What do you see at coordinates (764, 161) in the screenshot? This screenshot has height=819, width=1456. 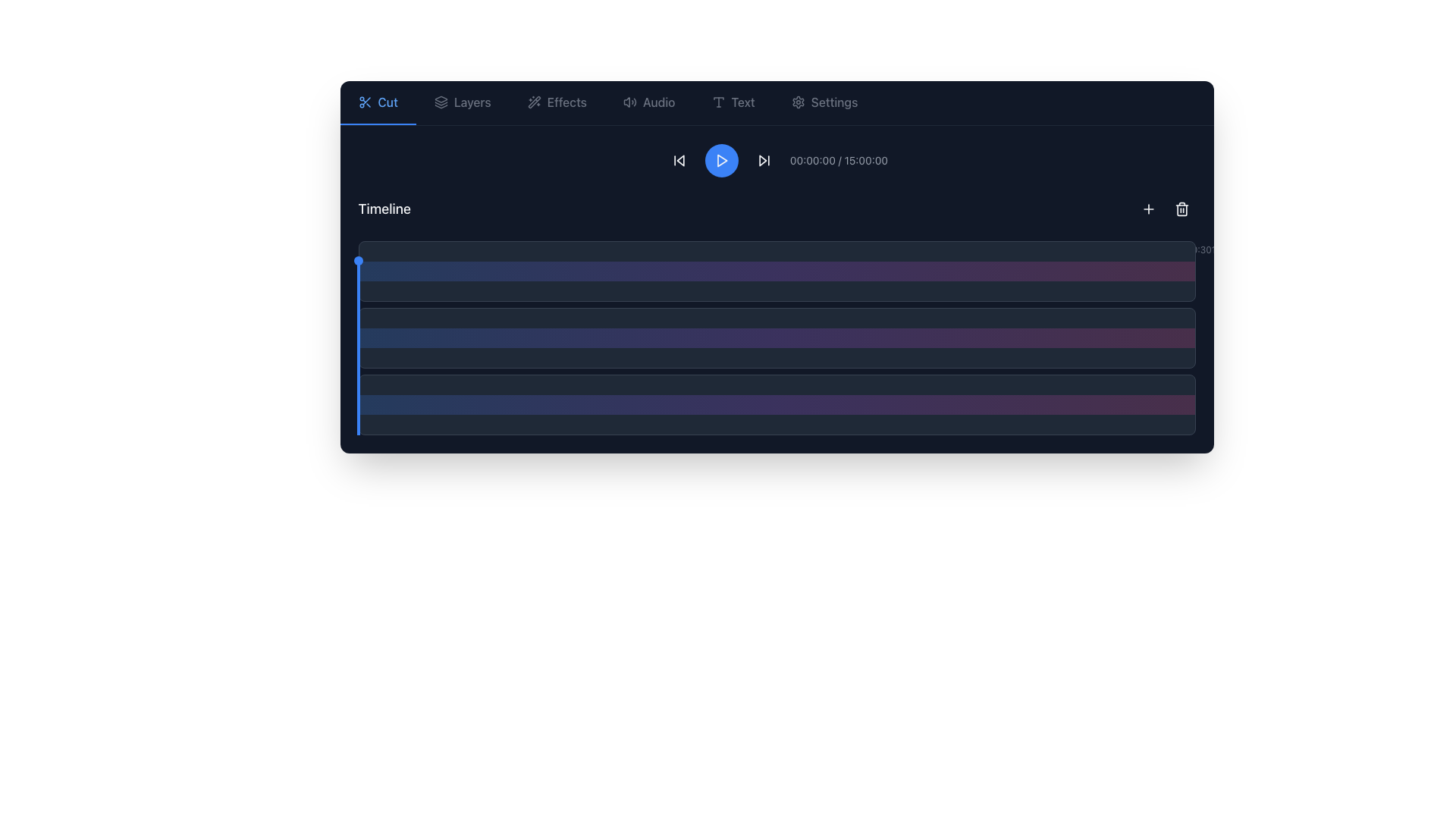 I see `the circular 'skip forward' button with a dark background and a light-colored triangle icon, located at the center of the interface's top bar, to the immediate right of the blue 'play' button` at bounding box center [764, 161].